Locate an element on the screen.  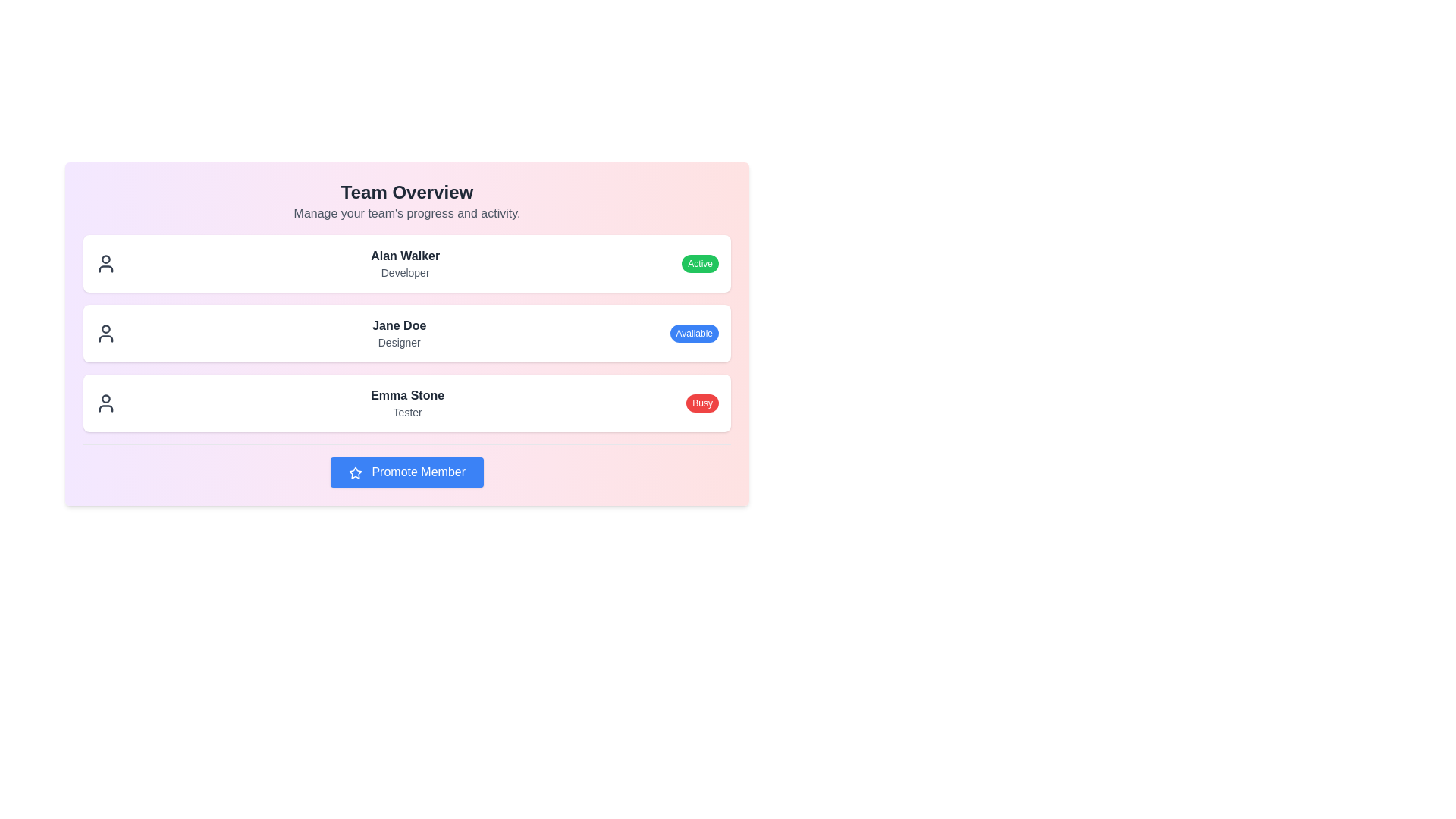
the user icon, which is styled in gray and located on the left side of the third card under the 'Team Overview' section, aligned with the text 'Emma Stone' and 'Tester' is located at coordinates (105, 403).